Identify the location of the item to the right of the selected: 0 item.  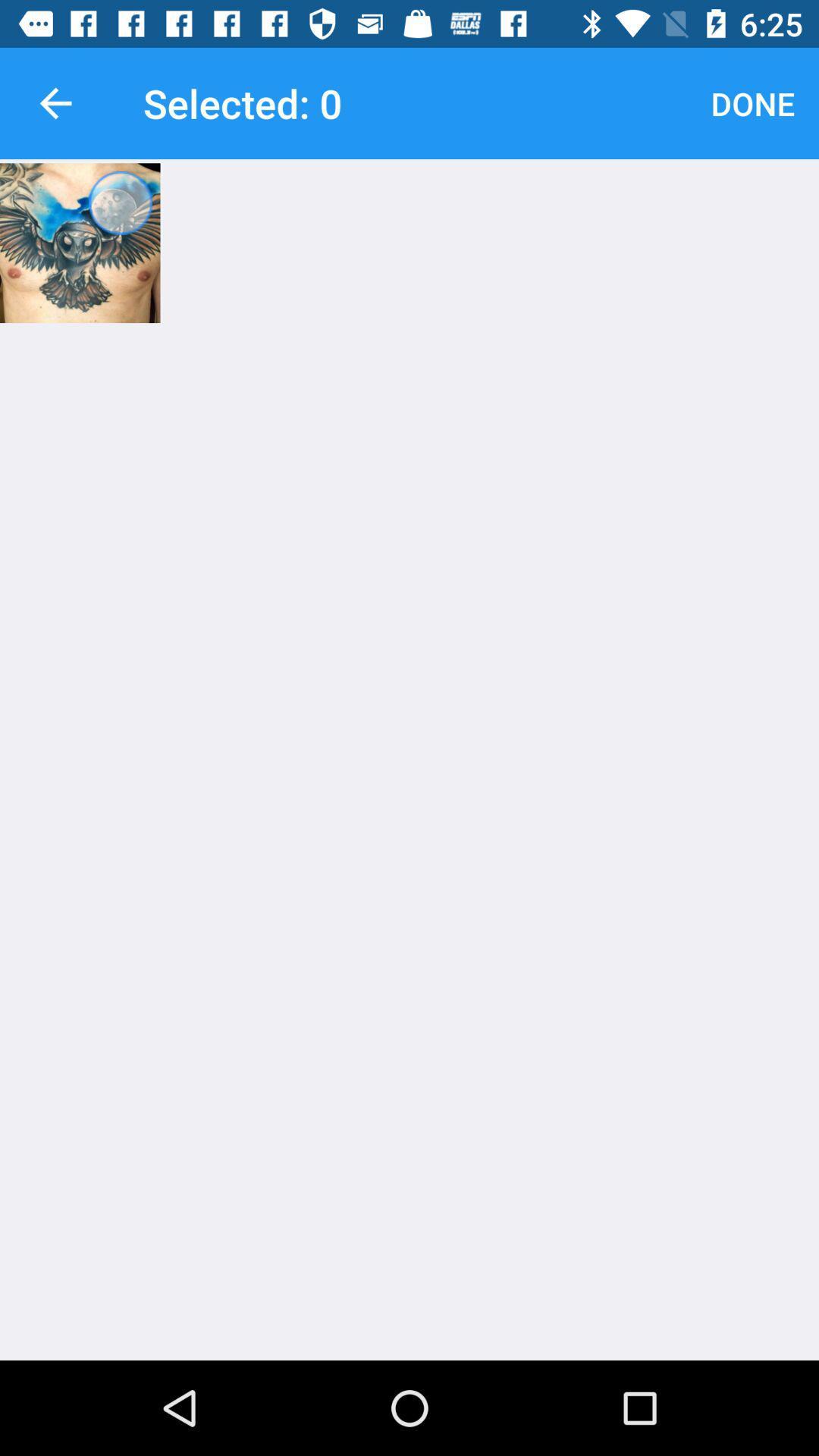
(752, 102).